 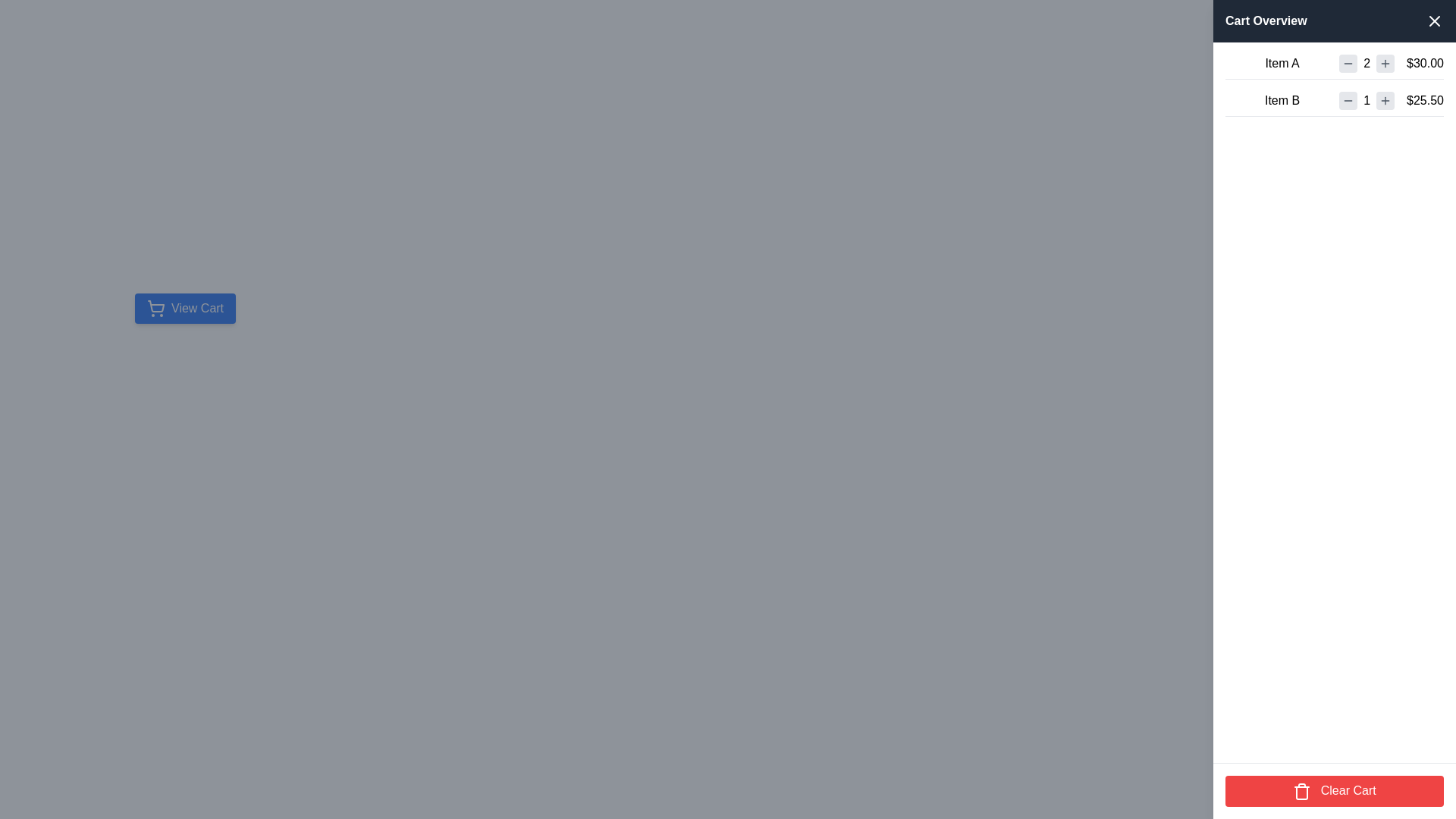 What do you see at coordinates (1367, 100) in the screenshot?
I see `the numerical label displaying the value '1' that is located between the '-' and '+' buttons for 'Item B' in the cart overview section` at bounding box center [1367, 100].